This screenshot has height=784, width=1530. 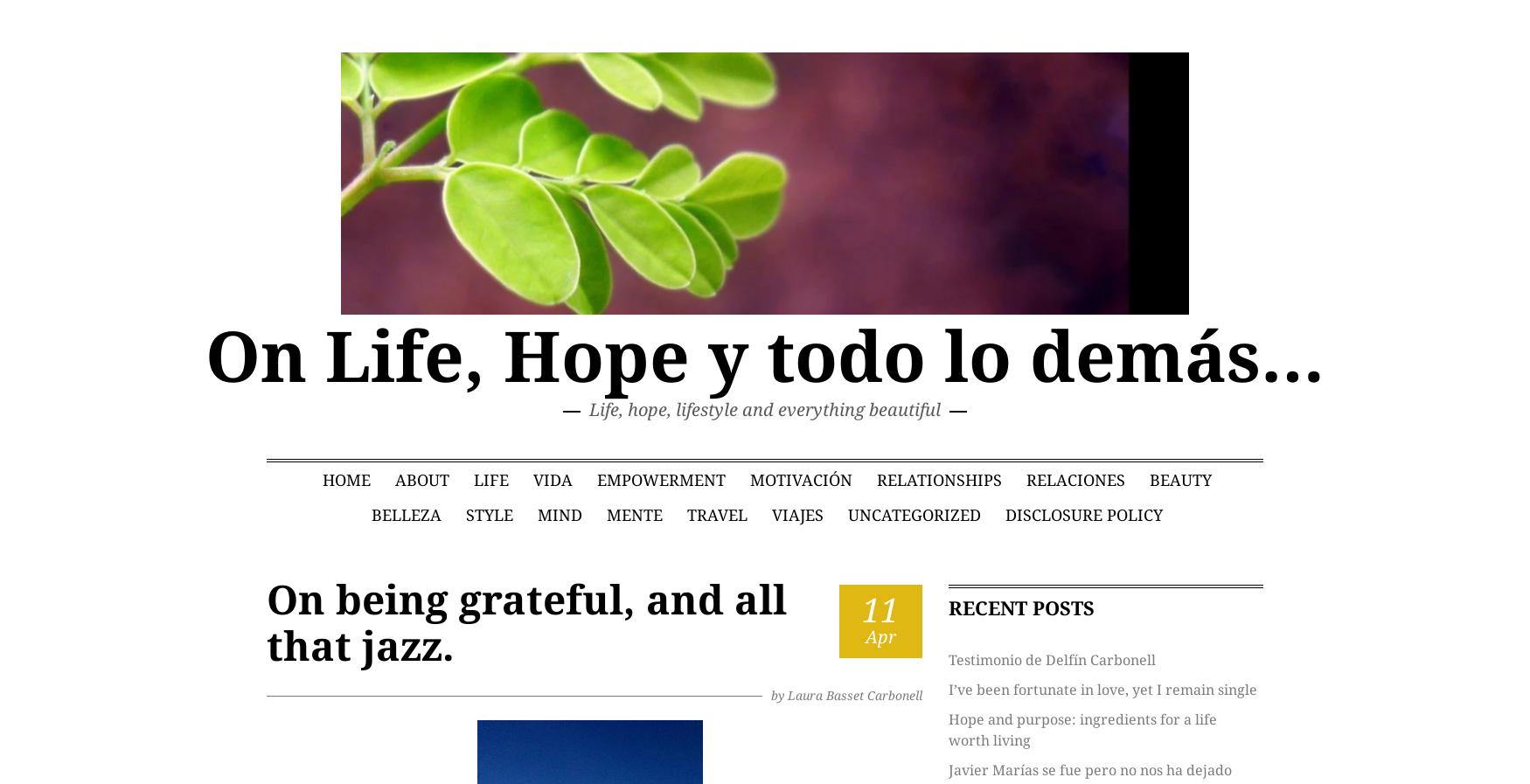 I want to click on 'Javier Marías se fue pero no nos ha dejado', so click(x=1090, y=770).